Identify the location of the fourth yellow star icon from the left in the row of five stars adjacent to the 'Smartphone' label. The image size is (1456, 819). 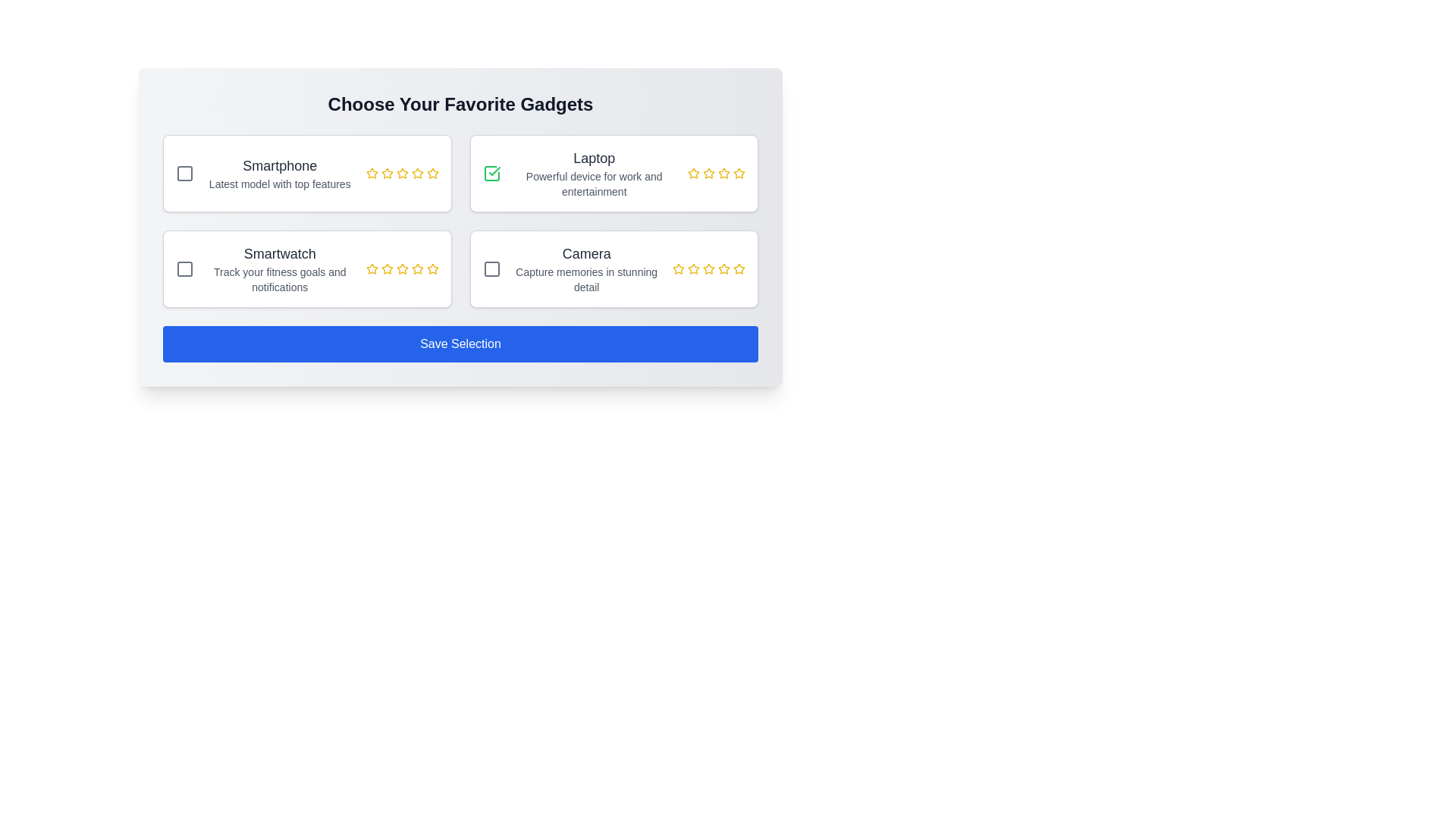
(402, 172).